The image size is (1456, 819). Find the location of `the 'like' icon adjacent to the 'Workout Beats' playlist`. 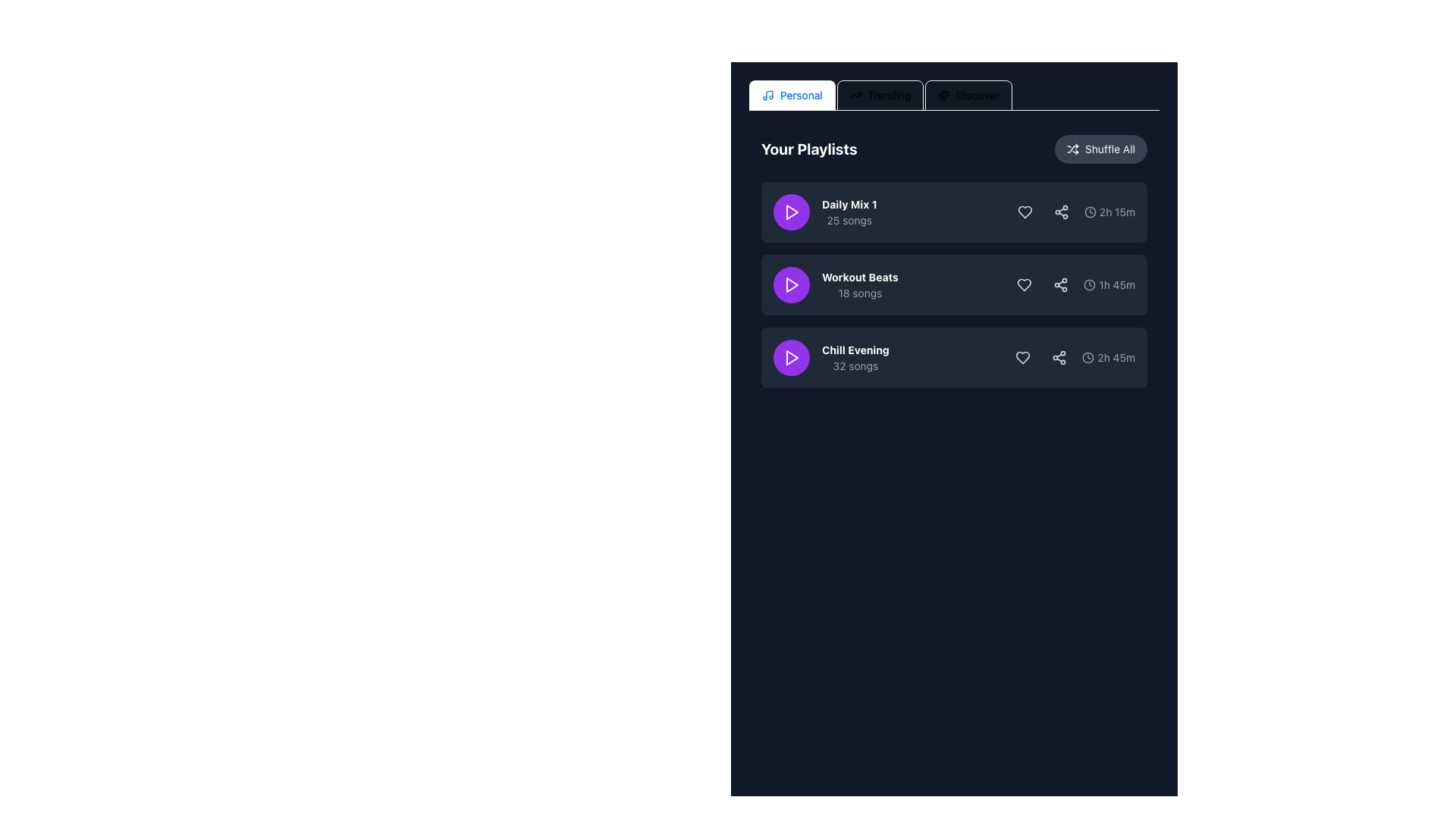

the 'like' icon adjacent to the 'Workout Beats' playlist is located at coordinates (1025, 284).